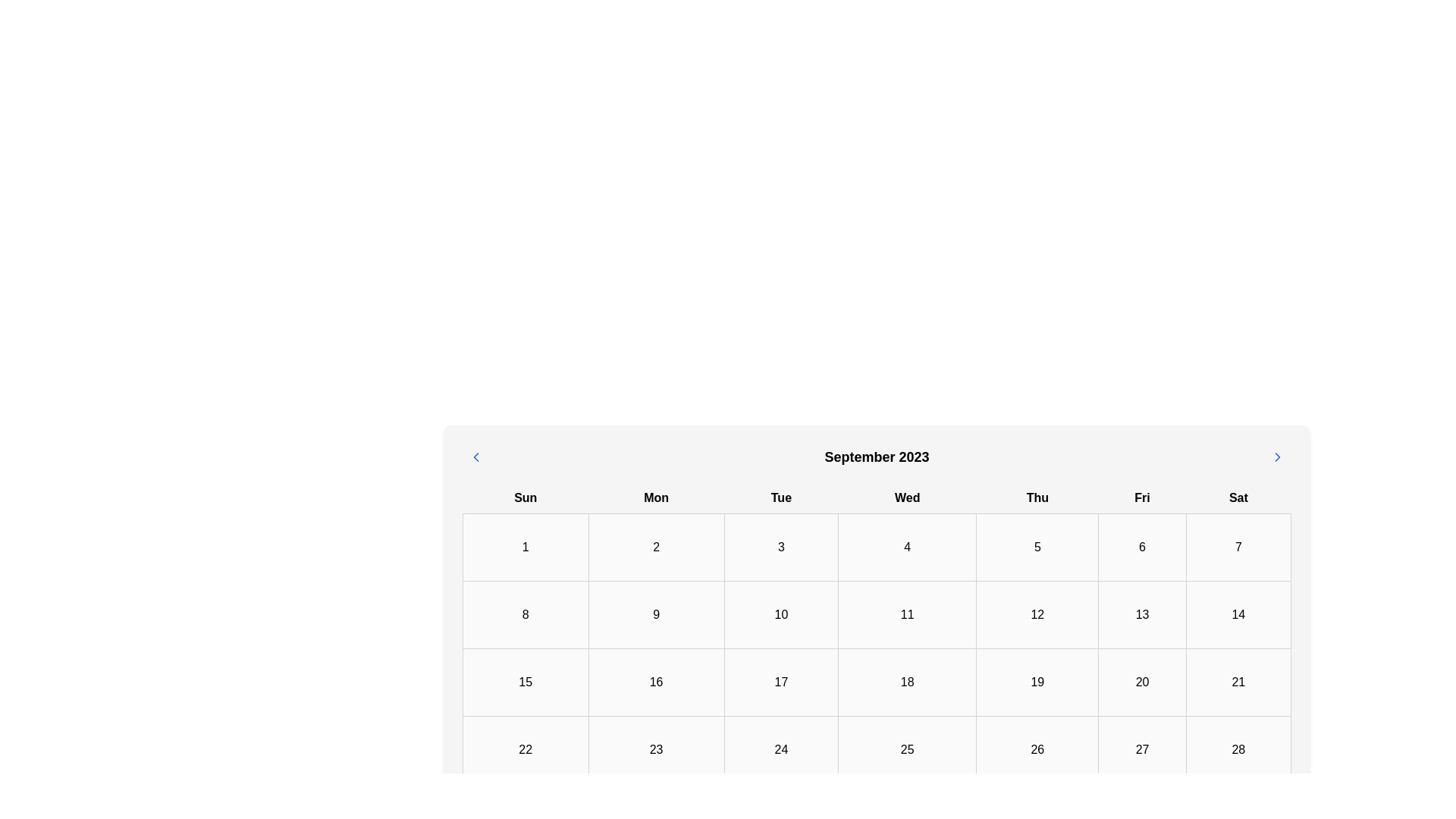 This screenshot has width=1456, height=819. What do you see at coordinates (781, 614) in the screenshot?
I see `the Calendar Day Element displaying the numeral '10'` at bounding box center [781, 614].